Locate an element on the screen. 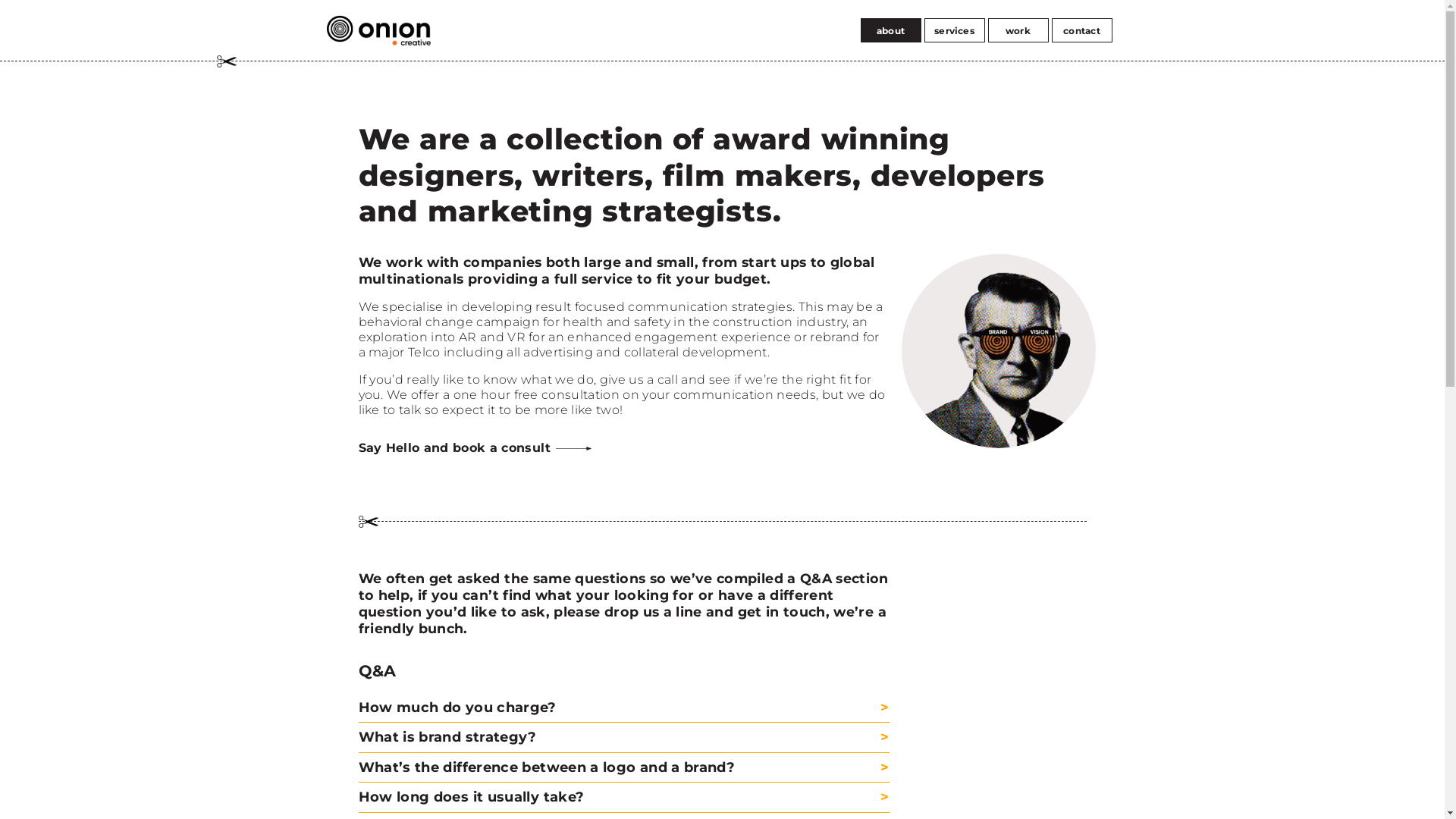 This screenshot has width=1456, height=819. 'services' is located at coordinates (952, 30).